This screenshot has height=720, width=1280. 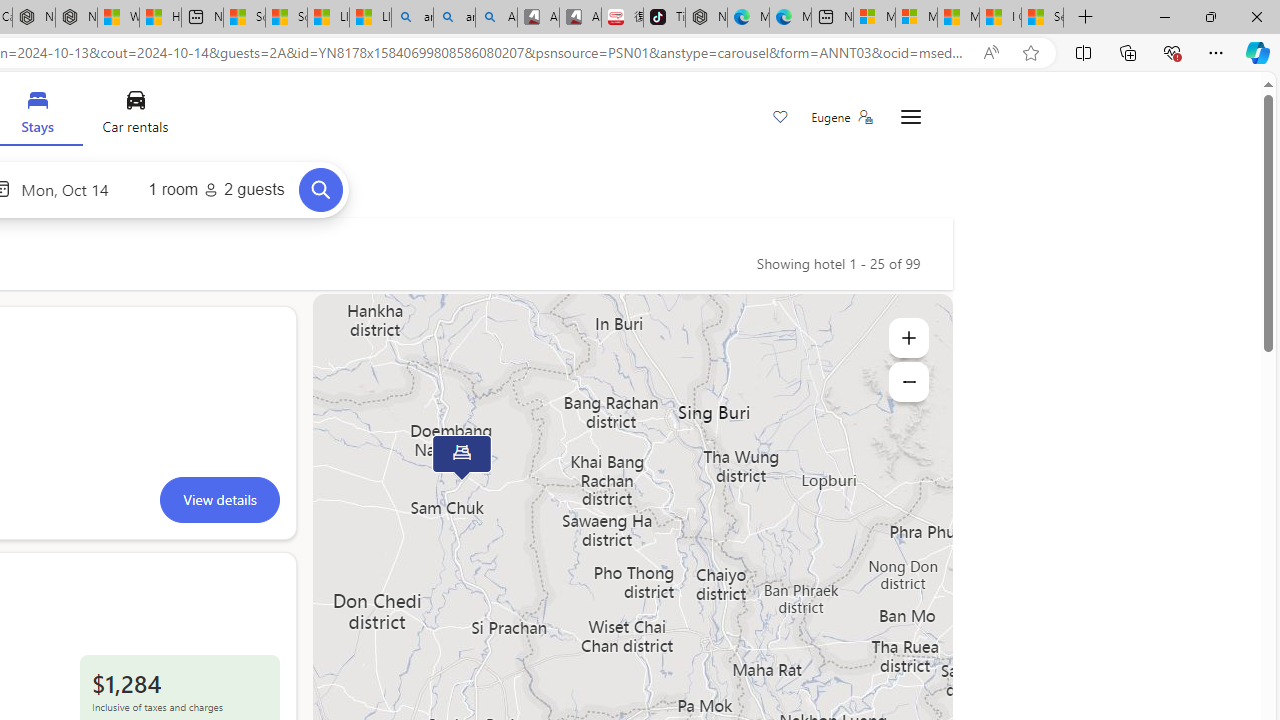 I want to click on 'End date', so click(x=70, y=189).